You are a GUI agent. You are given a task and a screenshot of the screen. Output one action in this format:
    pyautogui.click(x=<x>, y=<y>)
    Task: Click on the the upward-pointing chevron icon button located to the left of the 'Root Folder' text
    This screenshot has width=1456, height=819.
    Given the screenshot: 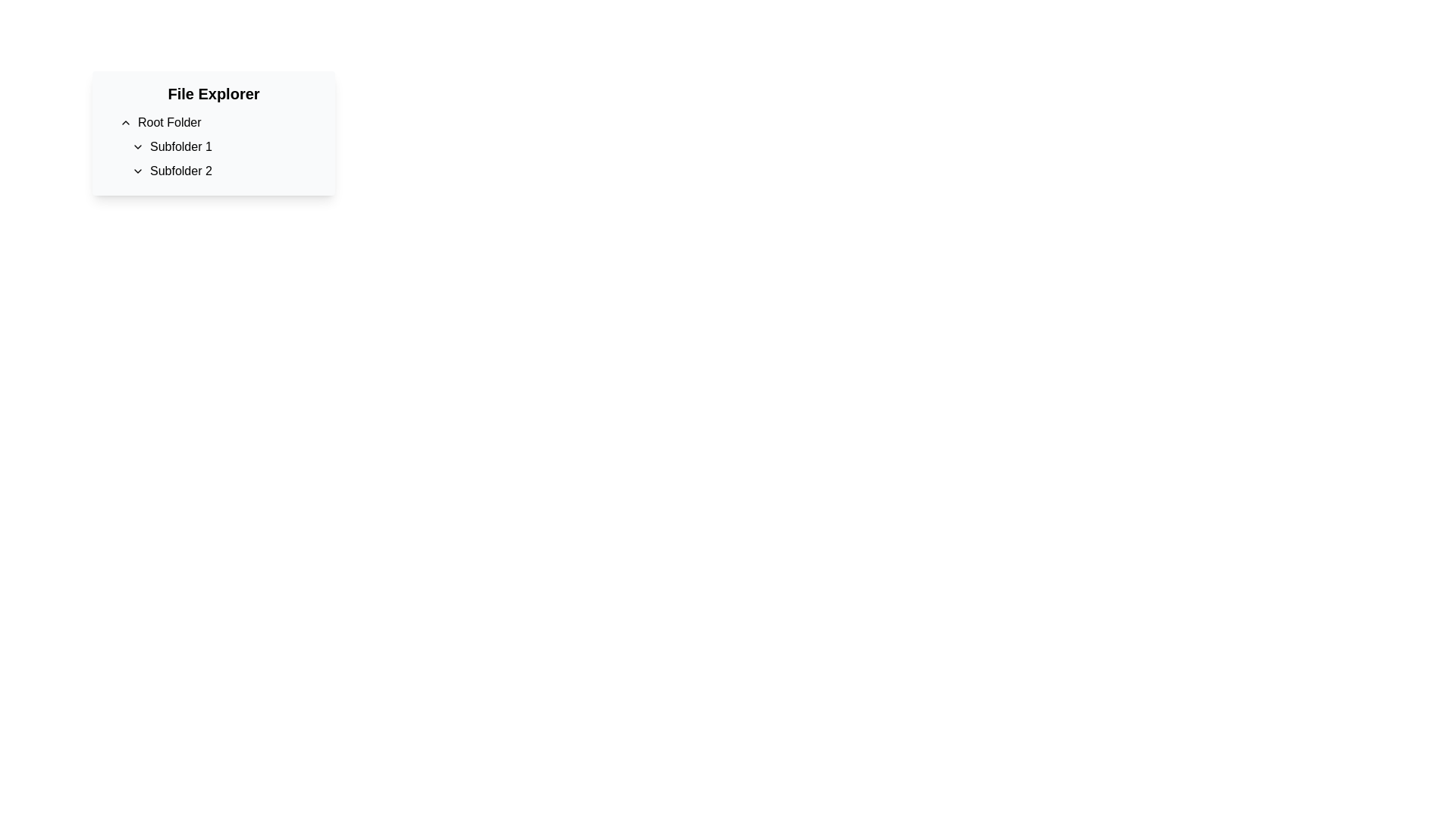 What is the action you would take?
    pyautogui.click(x=126, y=122)
    